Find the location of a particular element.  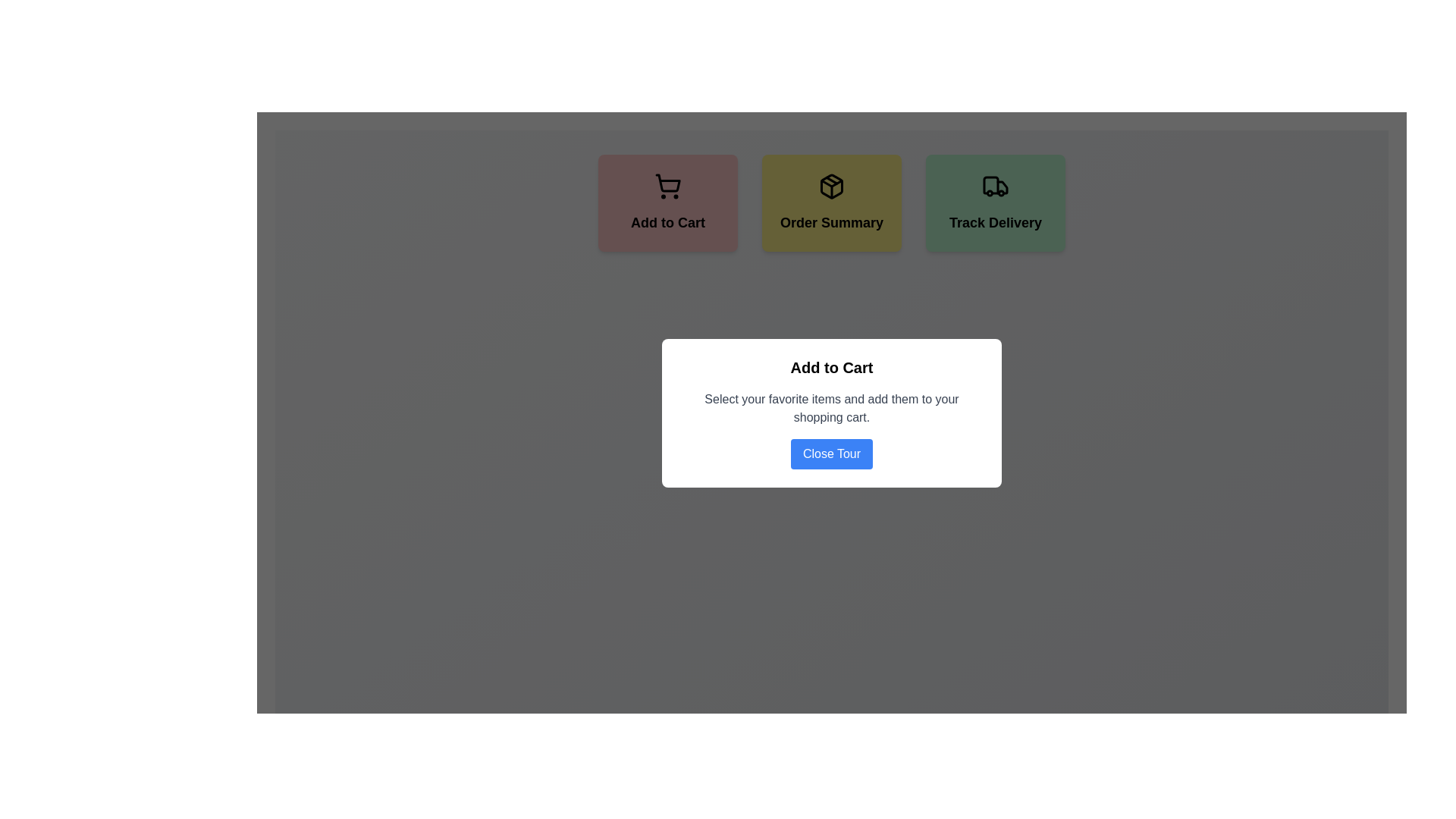

the 'Add to Cart' static text element, which is prominently displayed at the top of a white modal box in a large, bold font is located at coordinates (831, 367).